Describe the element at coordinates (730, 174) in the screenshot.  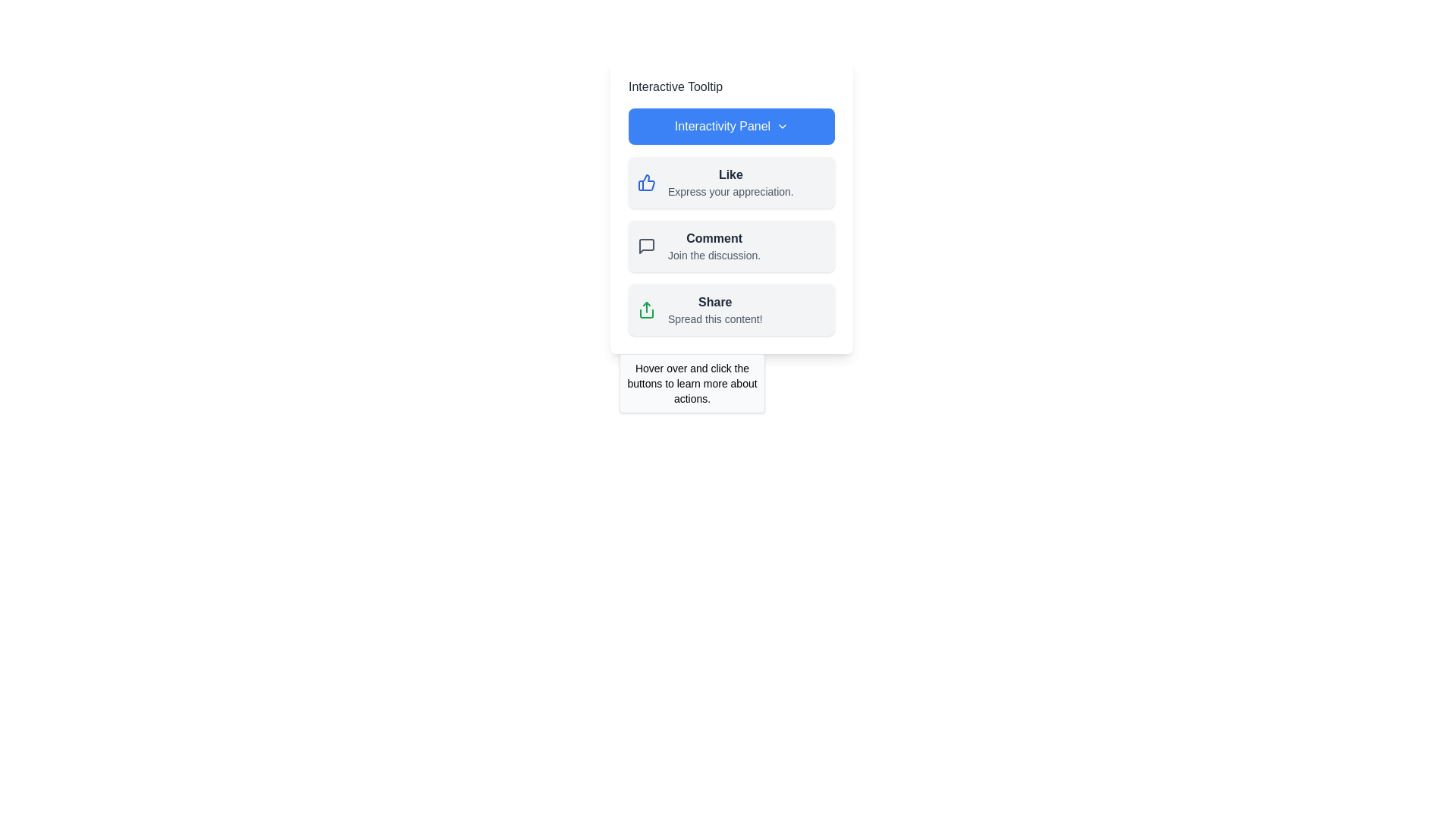
I see `the static text label stating 'Like', which is prominently displayed in bold dark gray font against a white background, located in the upper section of the interactive card` at that location.